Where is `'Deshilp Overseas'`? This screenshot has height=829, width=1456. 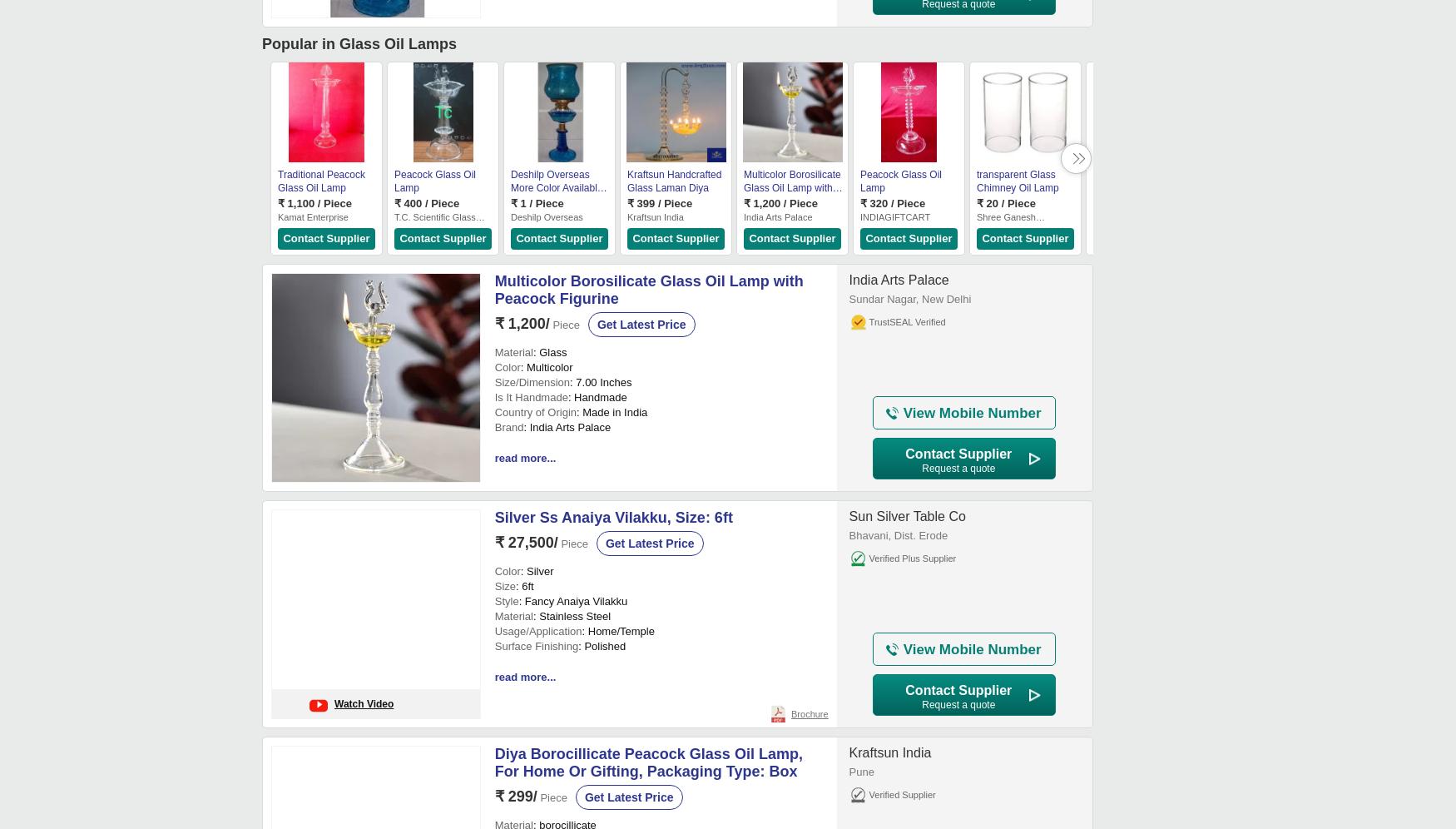 'Deshilp Overseas' is located at coordinates (511, 216).